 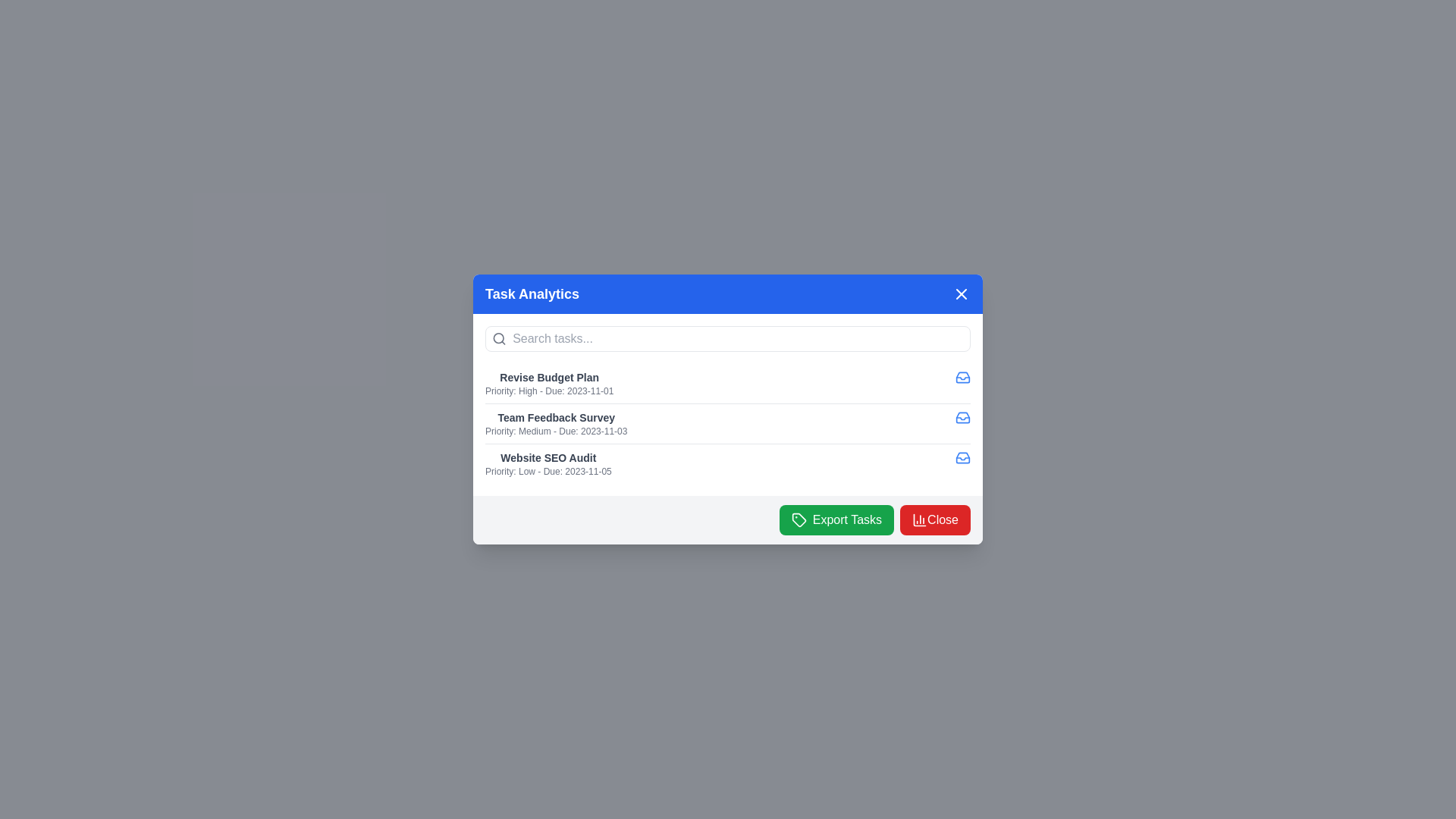 What do you see at coordinates (798, 519) in the screenshot?
I see `the tag-shaped icon with a green background located at the bottom-left corner of the dialog box next to the 'Export Tasks' button` at bounding box center [798, 519].